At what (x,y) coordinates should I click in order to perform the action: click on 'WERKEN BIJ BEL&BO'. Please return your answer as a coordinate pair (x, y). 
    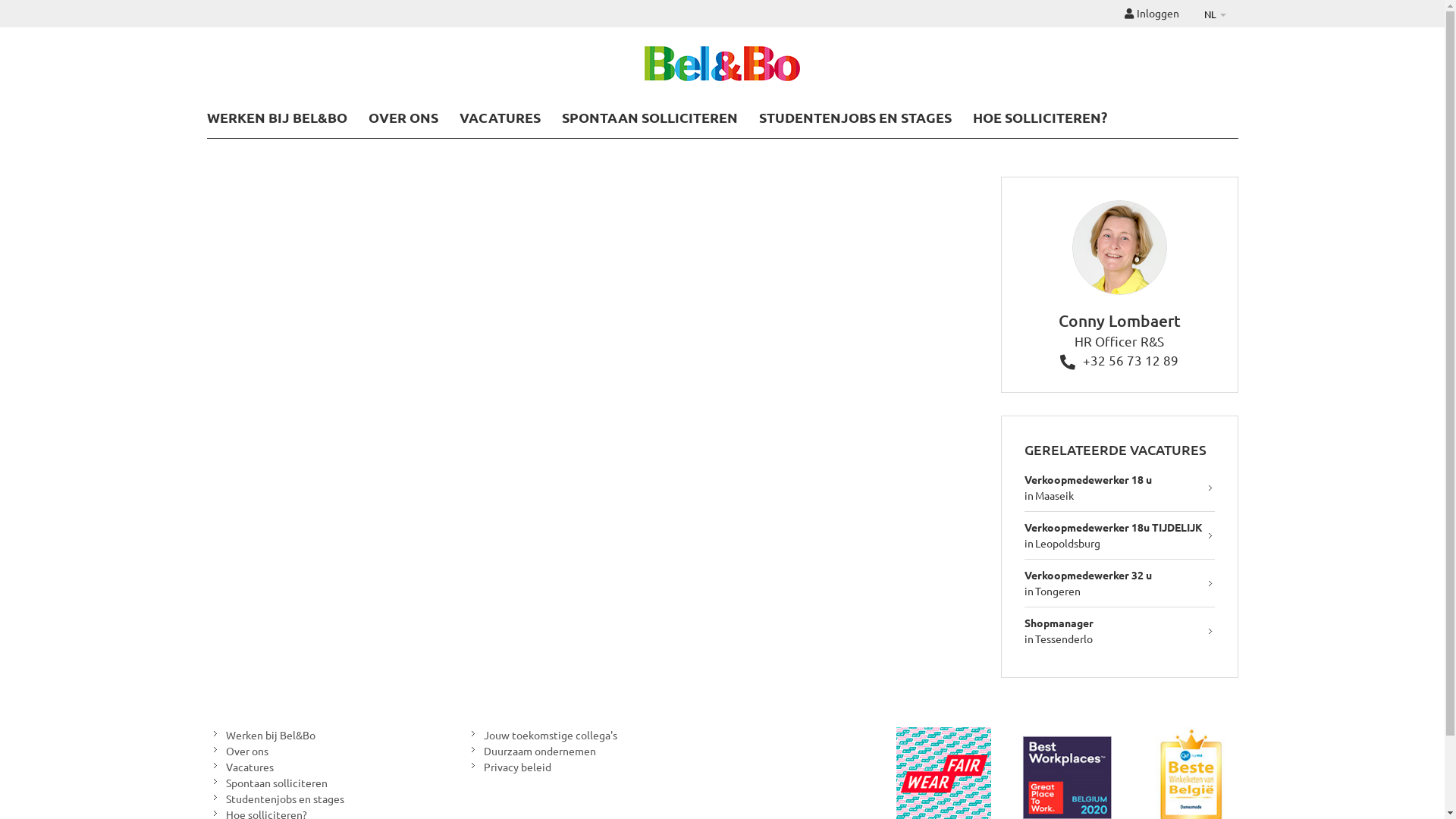
    Looking at the image, I should click on (276, 116).